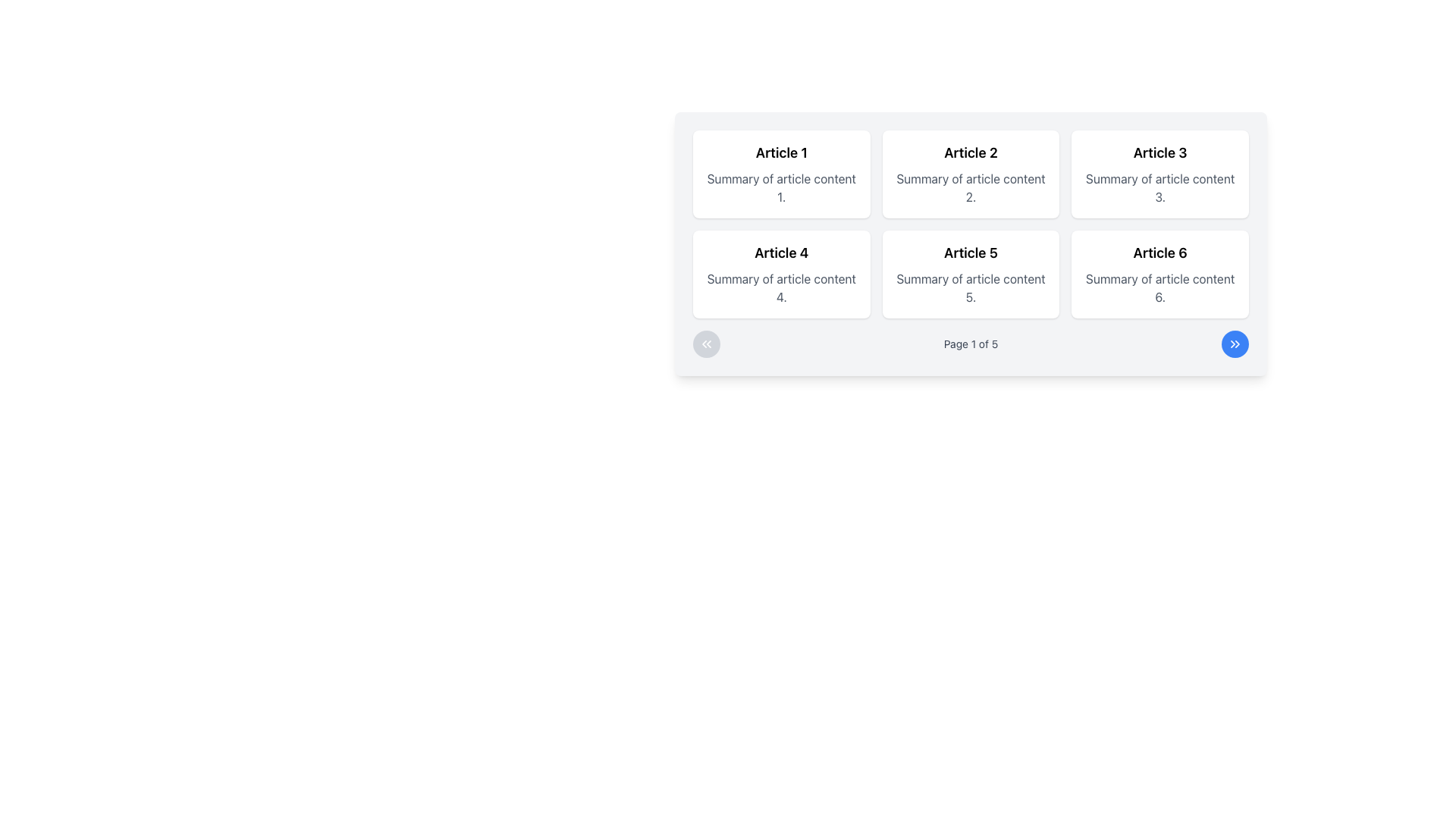  Describe the element at coordinates (971, 275) in the screenshot. I see `on the fifth Content card in the 3x2 grid layout` at that location.